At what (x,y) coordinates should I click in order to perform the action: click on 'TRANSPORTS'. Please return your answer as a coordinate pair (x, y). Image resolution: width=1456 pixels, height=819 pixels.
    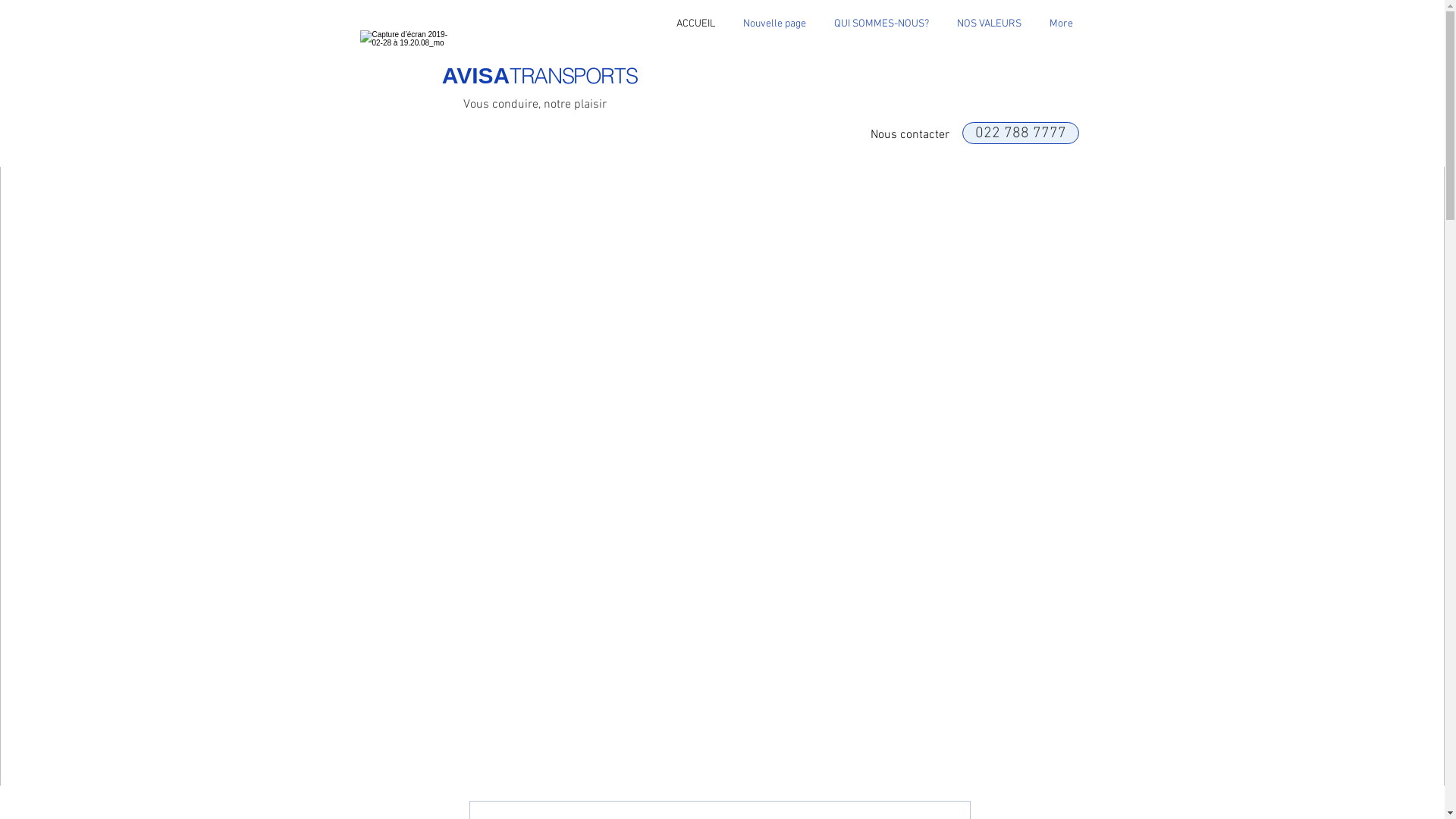
    Looking at the image, I should click on (572, 76).